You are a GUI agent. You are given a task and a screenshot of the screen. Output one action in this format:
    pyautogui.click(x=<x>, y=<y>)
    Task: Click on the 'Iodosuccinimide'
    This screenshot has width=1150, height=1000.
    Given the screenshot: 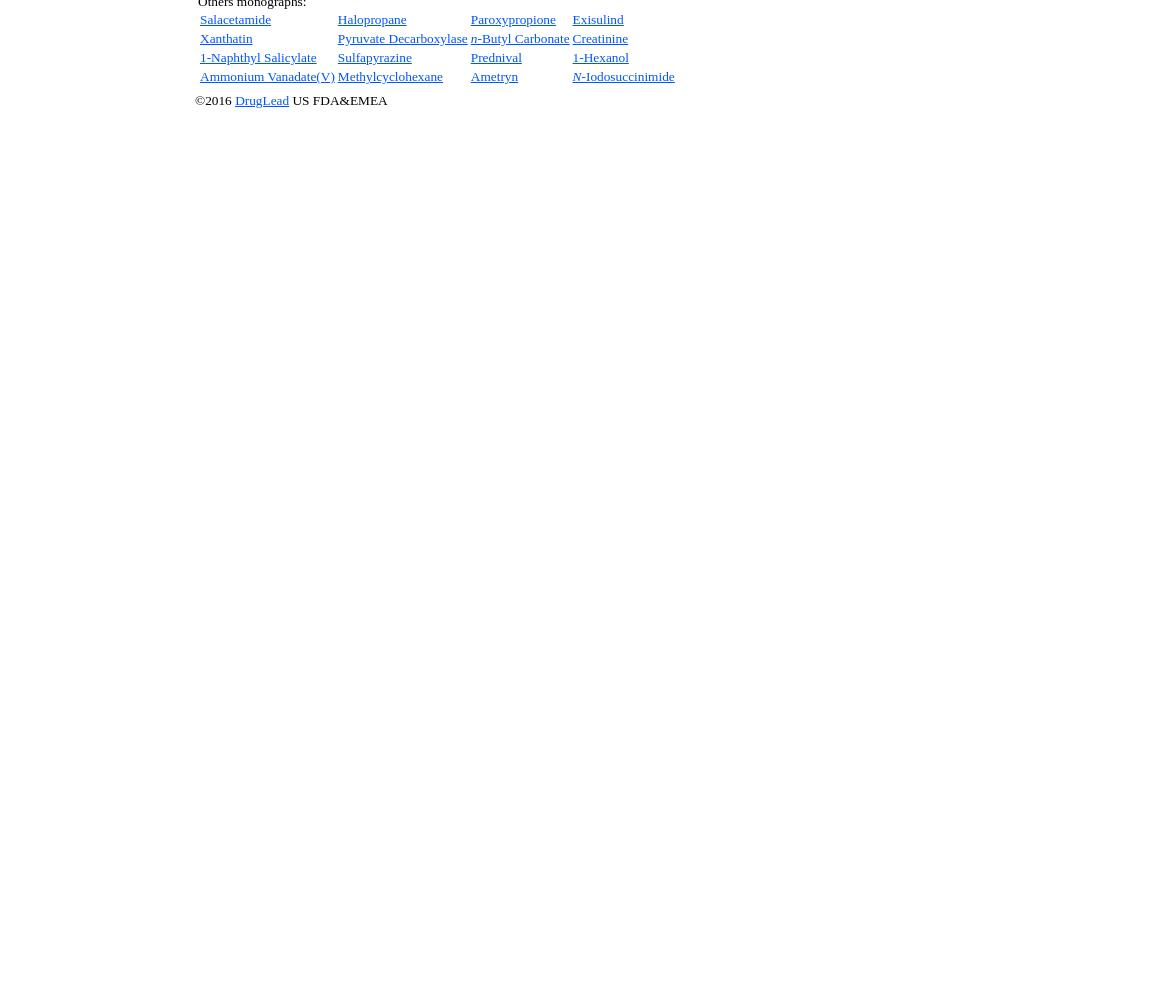 What is the action you would take?
    pyautogui.click(x=628, y=75)
    